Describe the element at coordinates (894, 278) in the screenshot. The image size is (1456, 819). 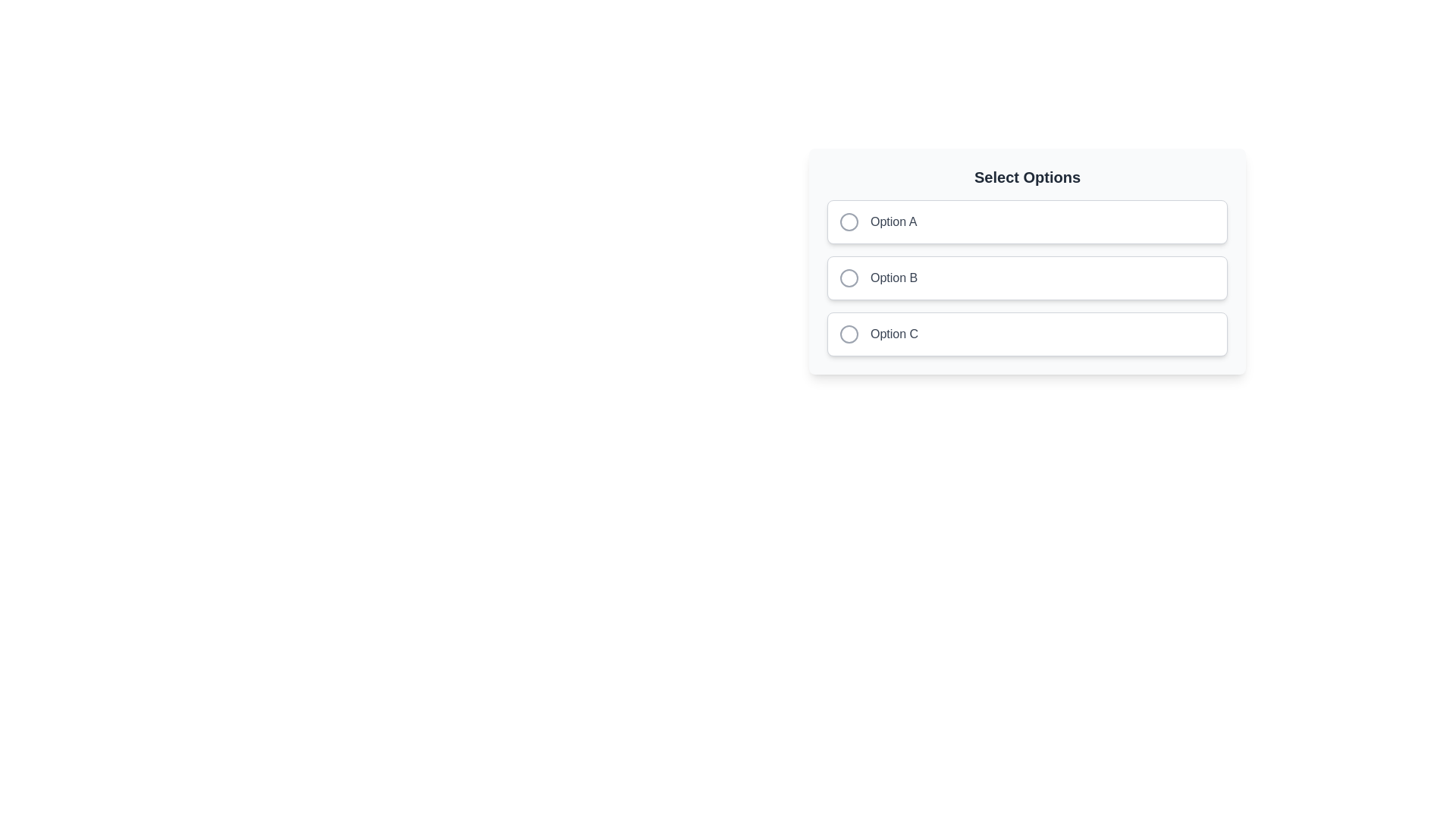
I see `the text label displaying 'Option B', which is styled in medium gray font and located below 'Option A' with a radio button to its left` at that location.